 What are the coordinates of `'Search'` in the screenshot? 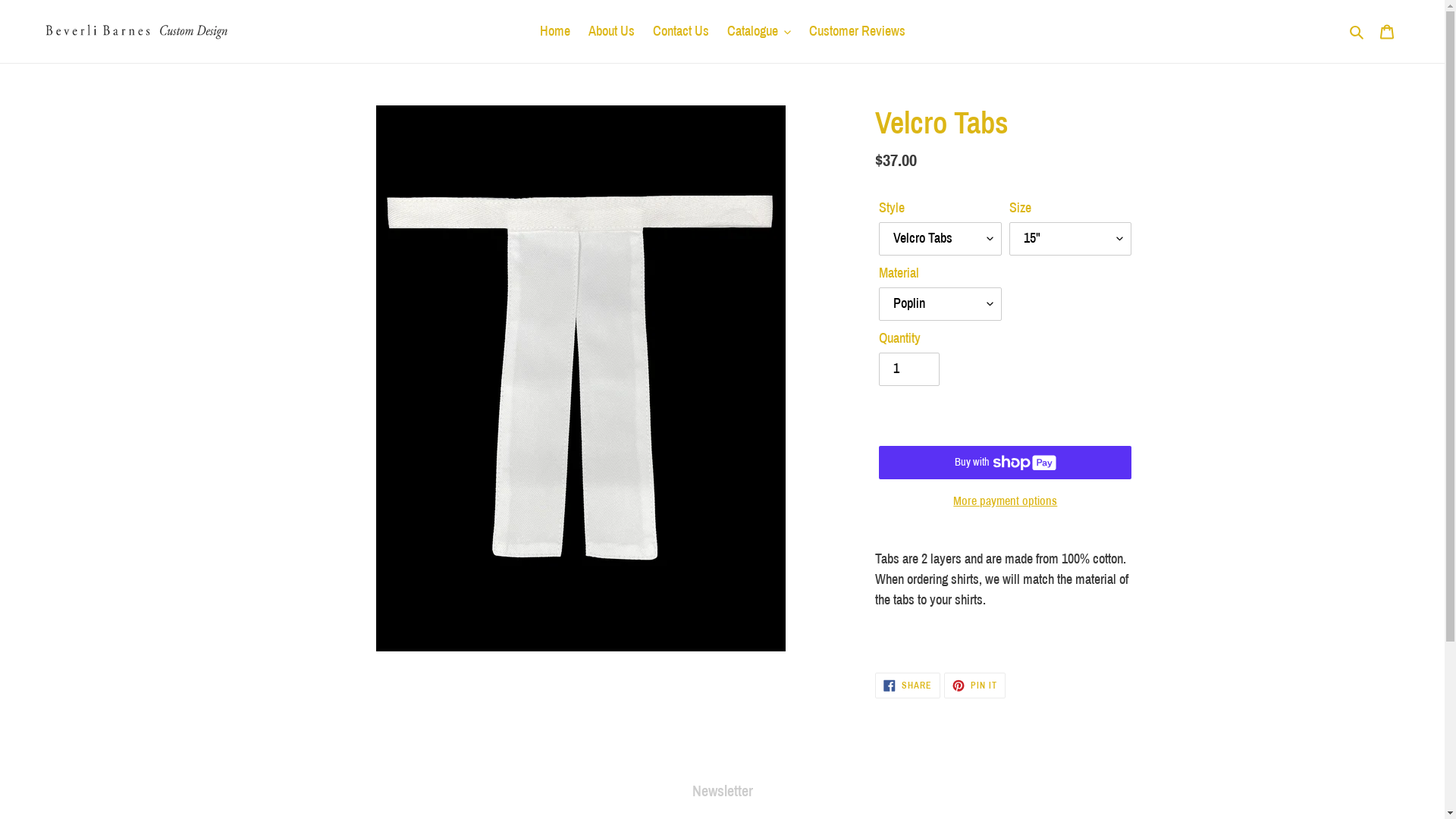 It's located at (1357, 31).